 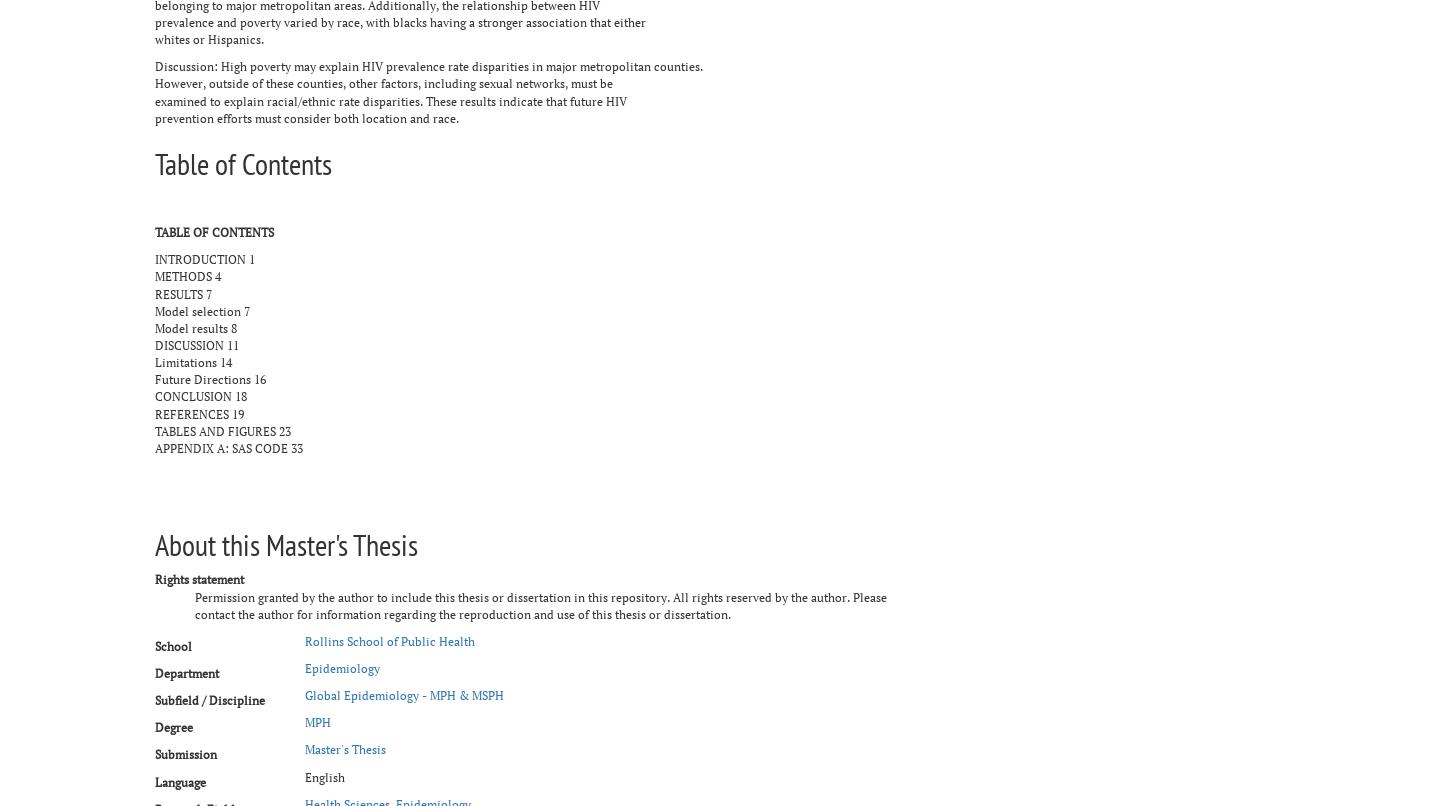 What do you see at coordinates (192, 361) in the screenshot?
I see `'Limitations 14'` at bounding box center [192, 361].